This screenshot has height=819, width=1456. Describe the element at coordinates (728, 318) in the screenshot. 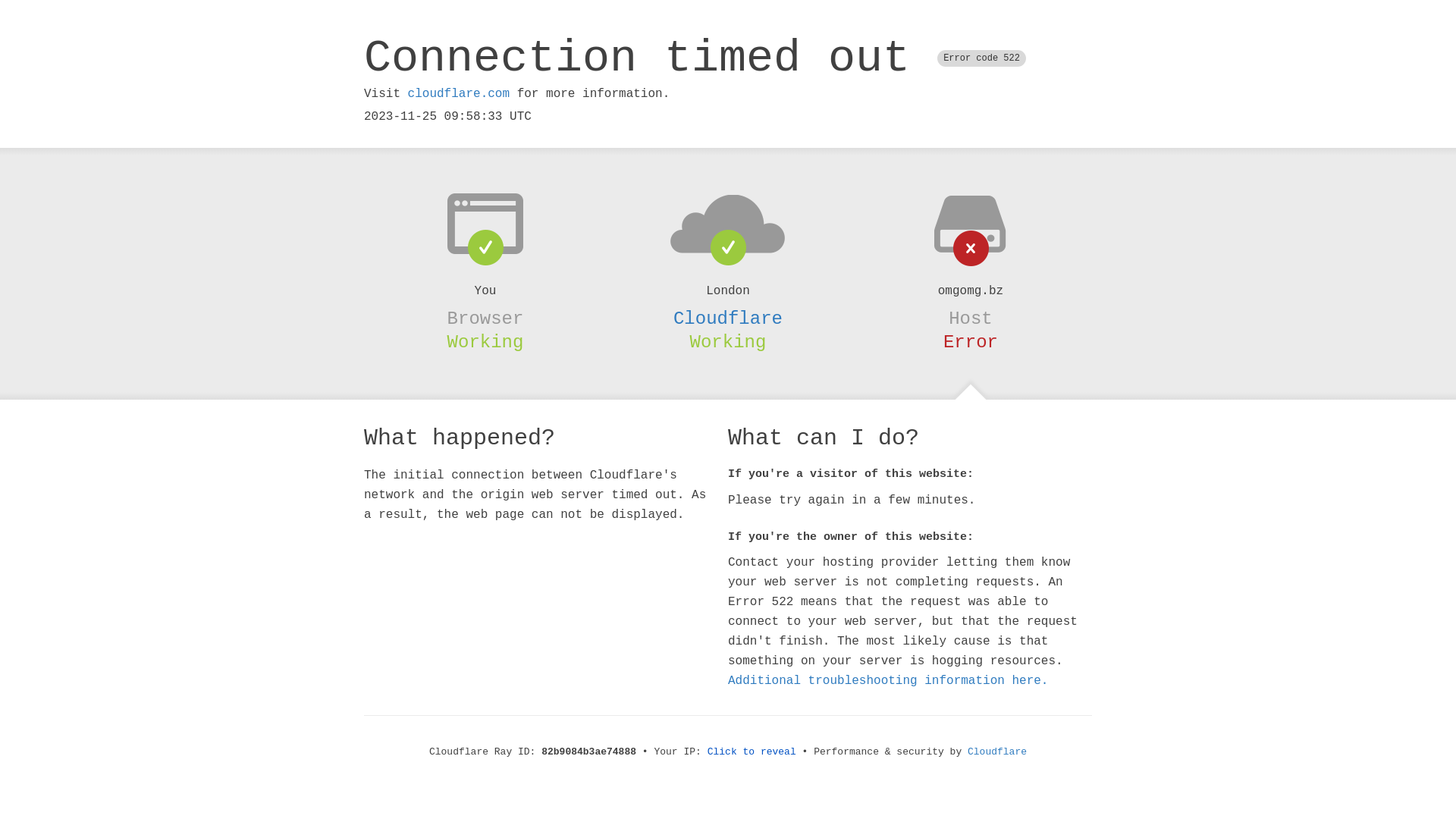

I see `'Cloudflare'` at that location.